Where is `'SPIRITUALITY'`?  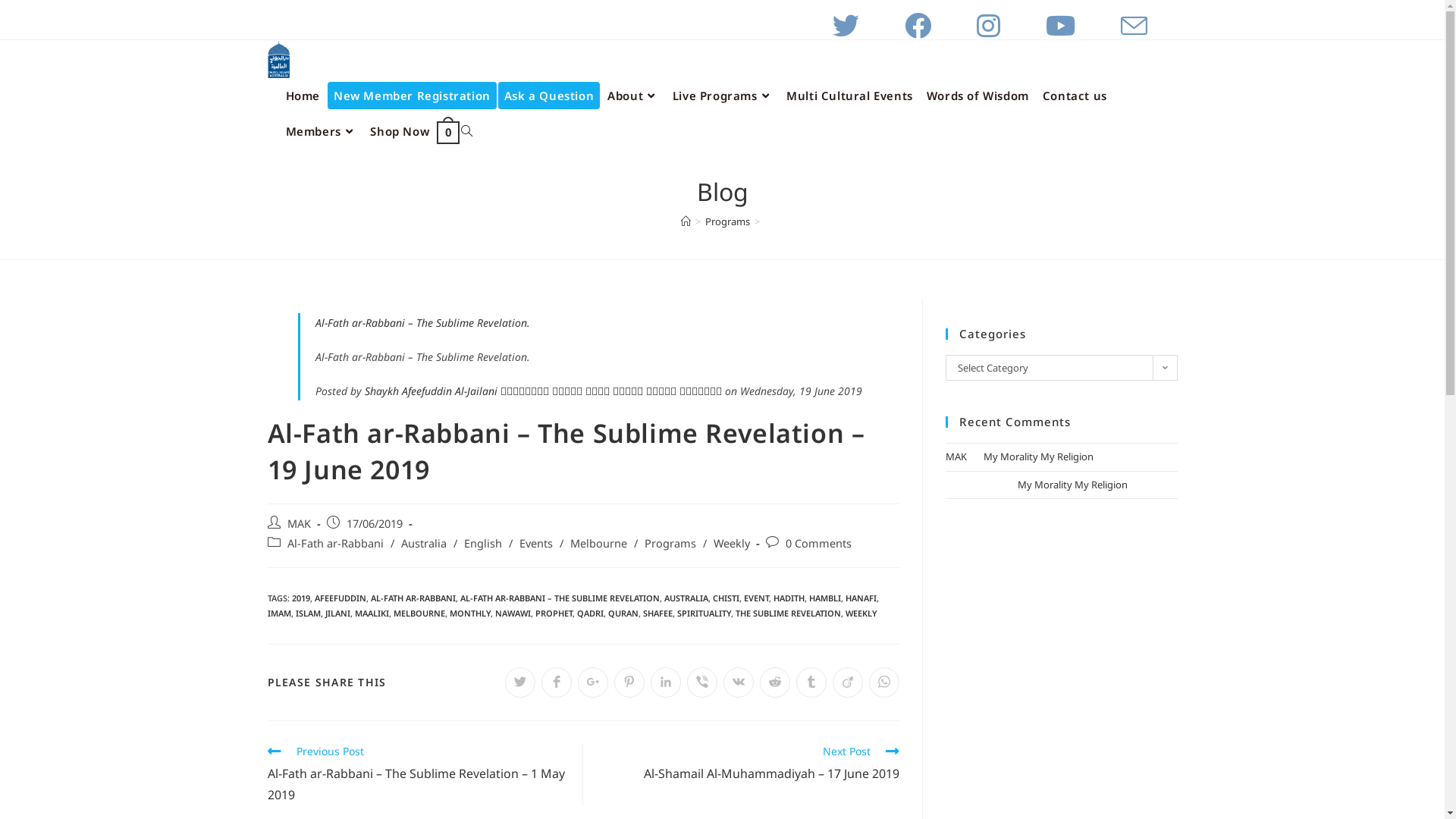
'SPIRITUALITY' is located at coordinates (676, 612).